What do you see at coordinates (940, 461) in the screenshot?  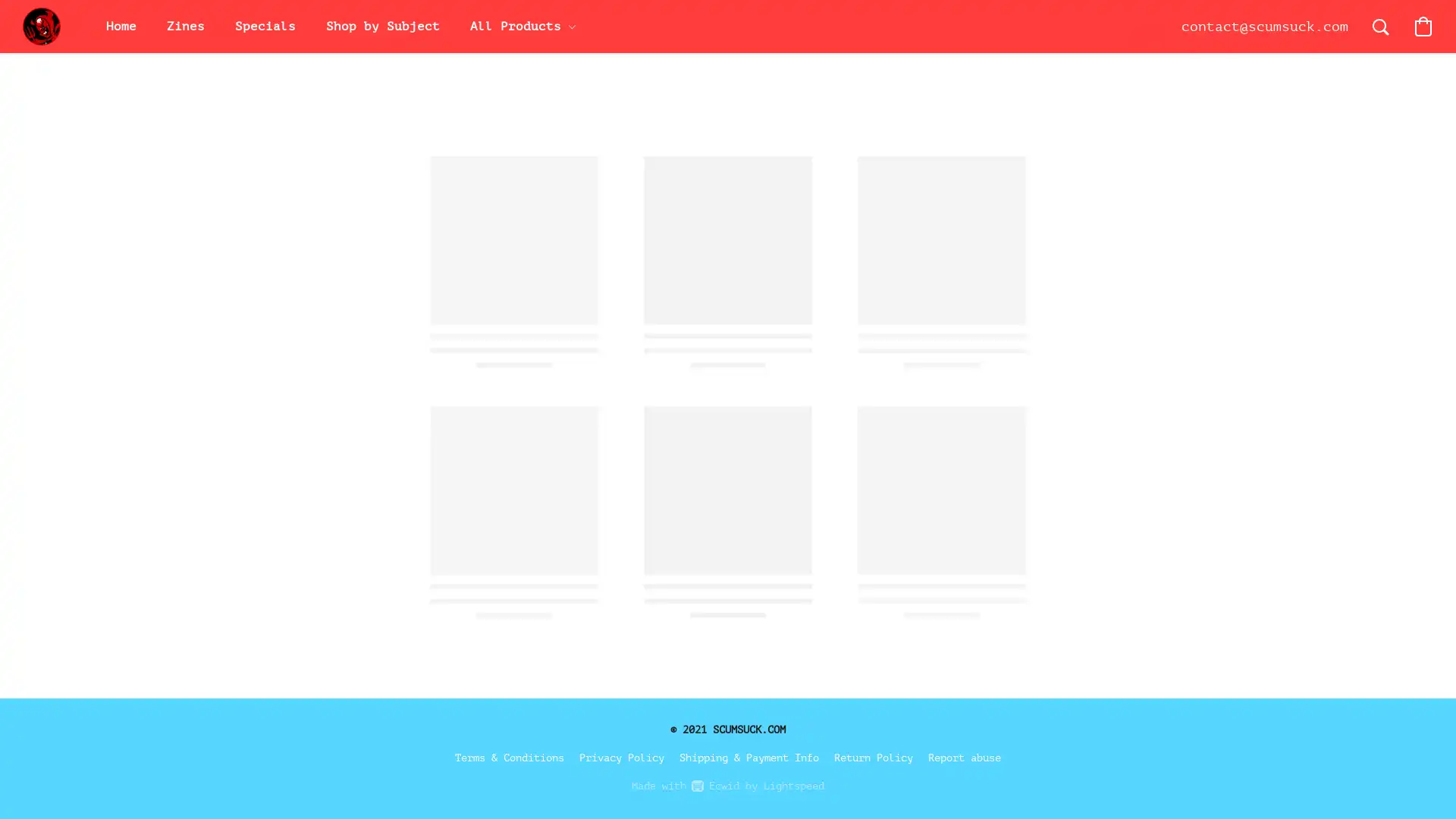 I see `Save this product for later` at bounding box center [940, 461].